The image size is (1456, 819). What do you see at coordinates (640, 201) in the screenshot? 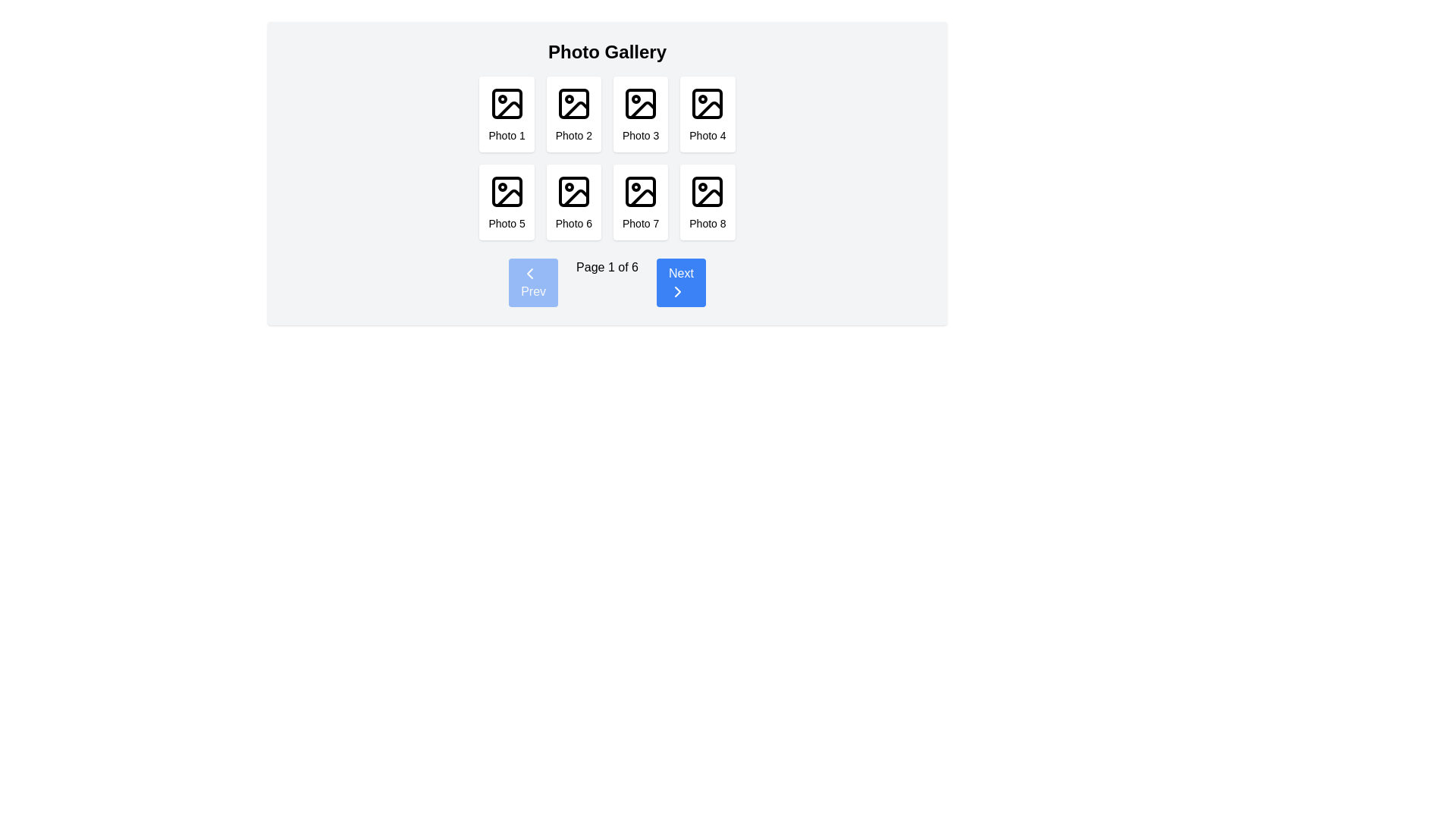
I see `the thumbnail representing 'Photo 7' in the third row and third column` at bounding box center [640, 201].